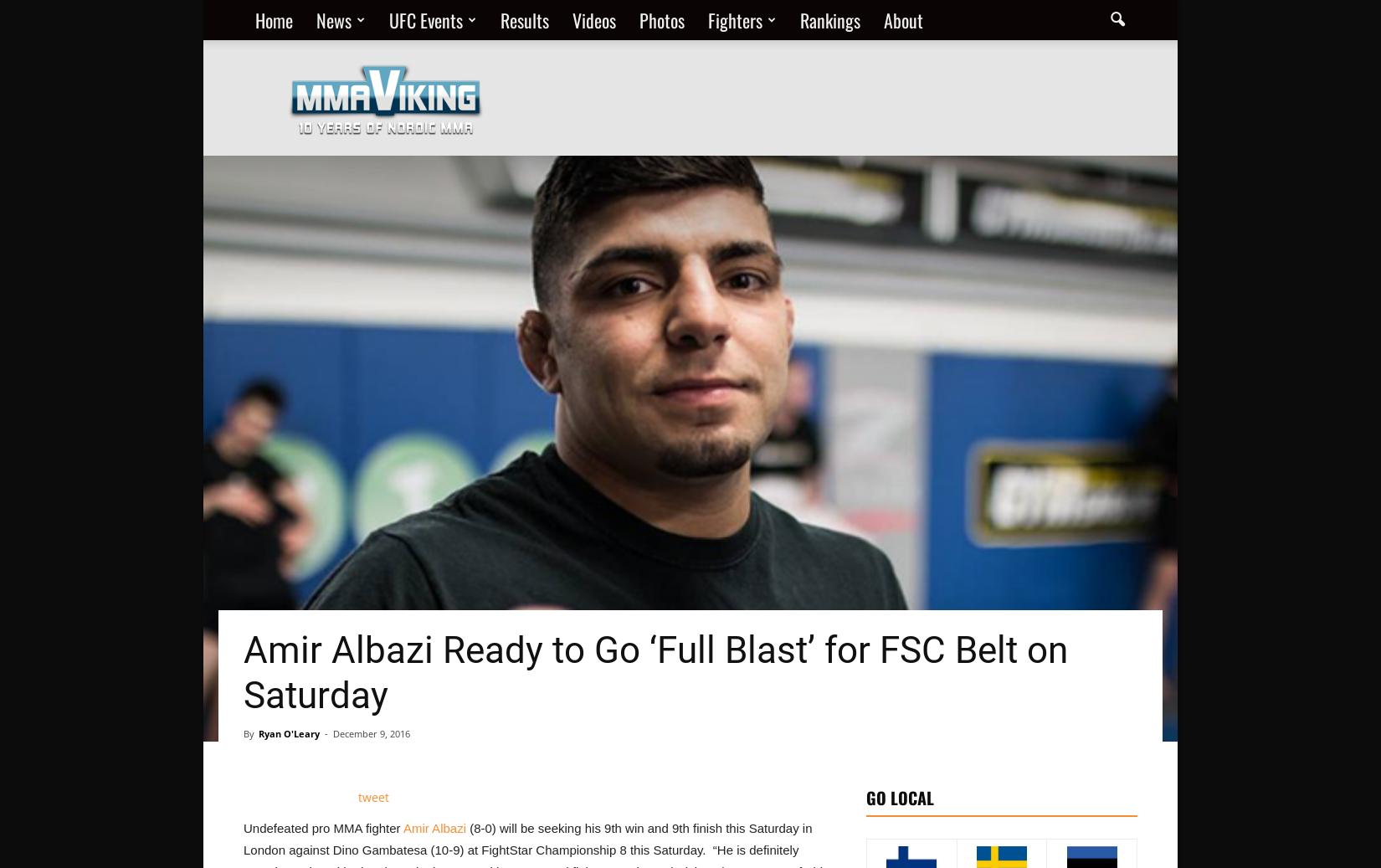  I want to click on 'Ryan O'Leary', so click(289, 733).